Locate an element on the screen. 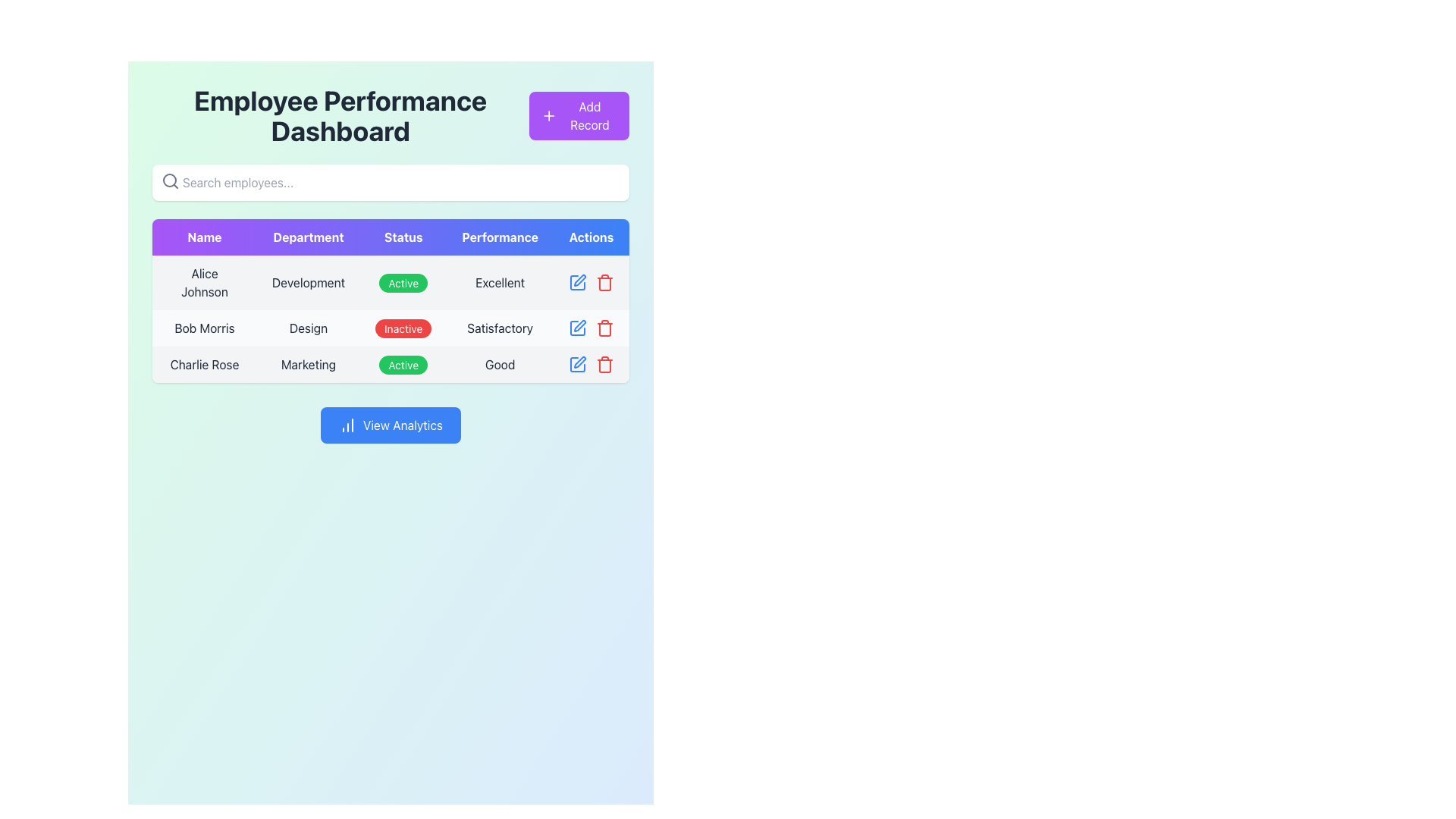 The image size is (1456, 819). the static text element serving as the table header located at the top-right of the table, which is the last column titled 'Actions' is located at coordinates (590, 237).